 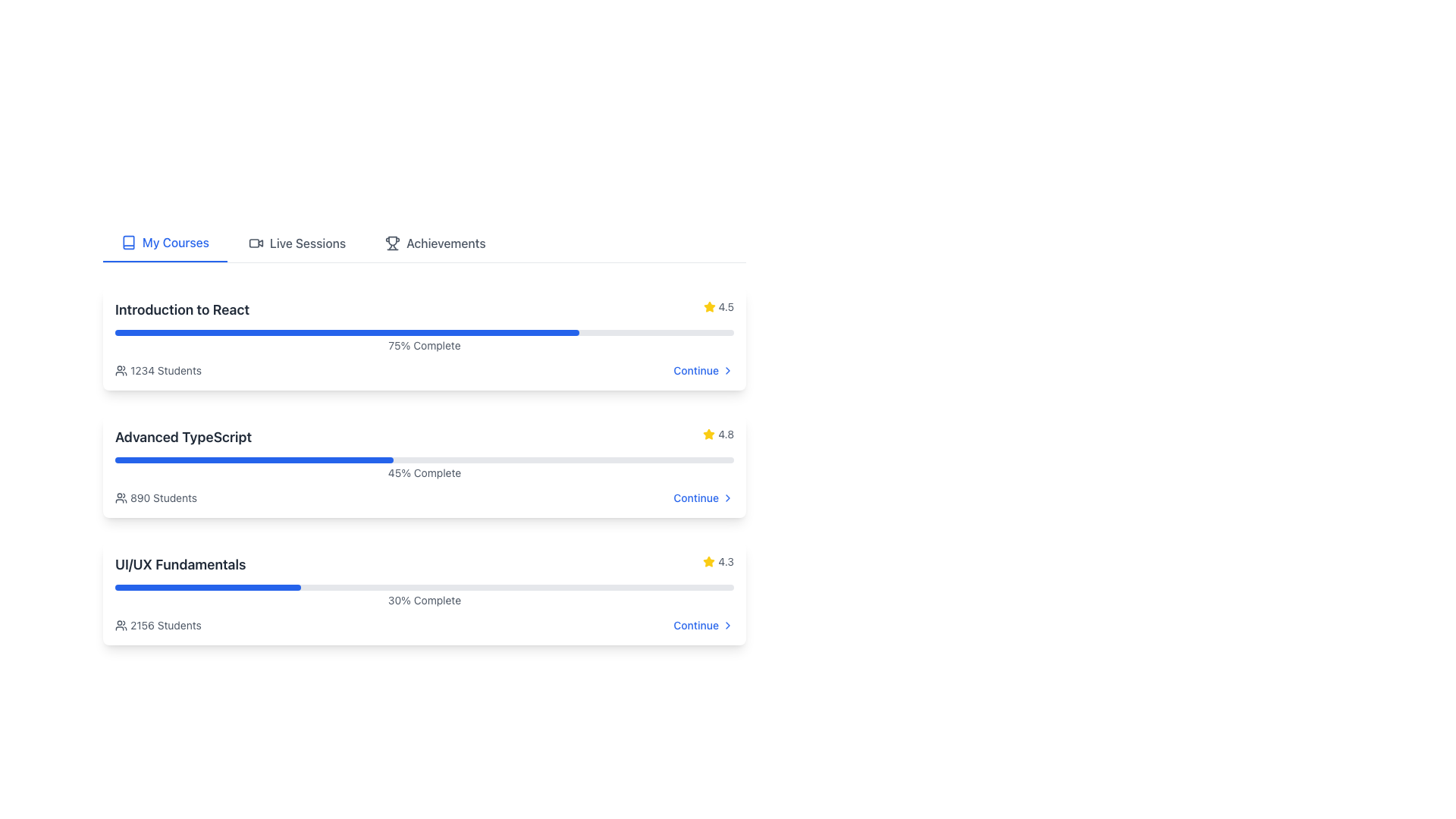 I want to click on the progress bar indicating the user's completion status for the 'UI/UX Fundamentals' course, located near the bottom of the course module, so click(x=425, y=587).